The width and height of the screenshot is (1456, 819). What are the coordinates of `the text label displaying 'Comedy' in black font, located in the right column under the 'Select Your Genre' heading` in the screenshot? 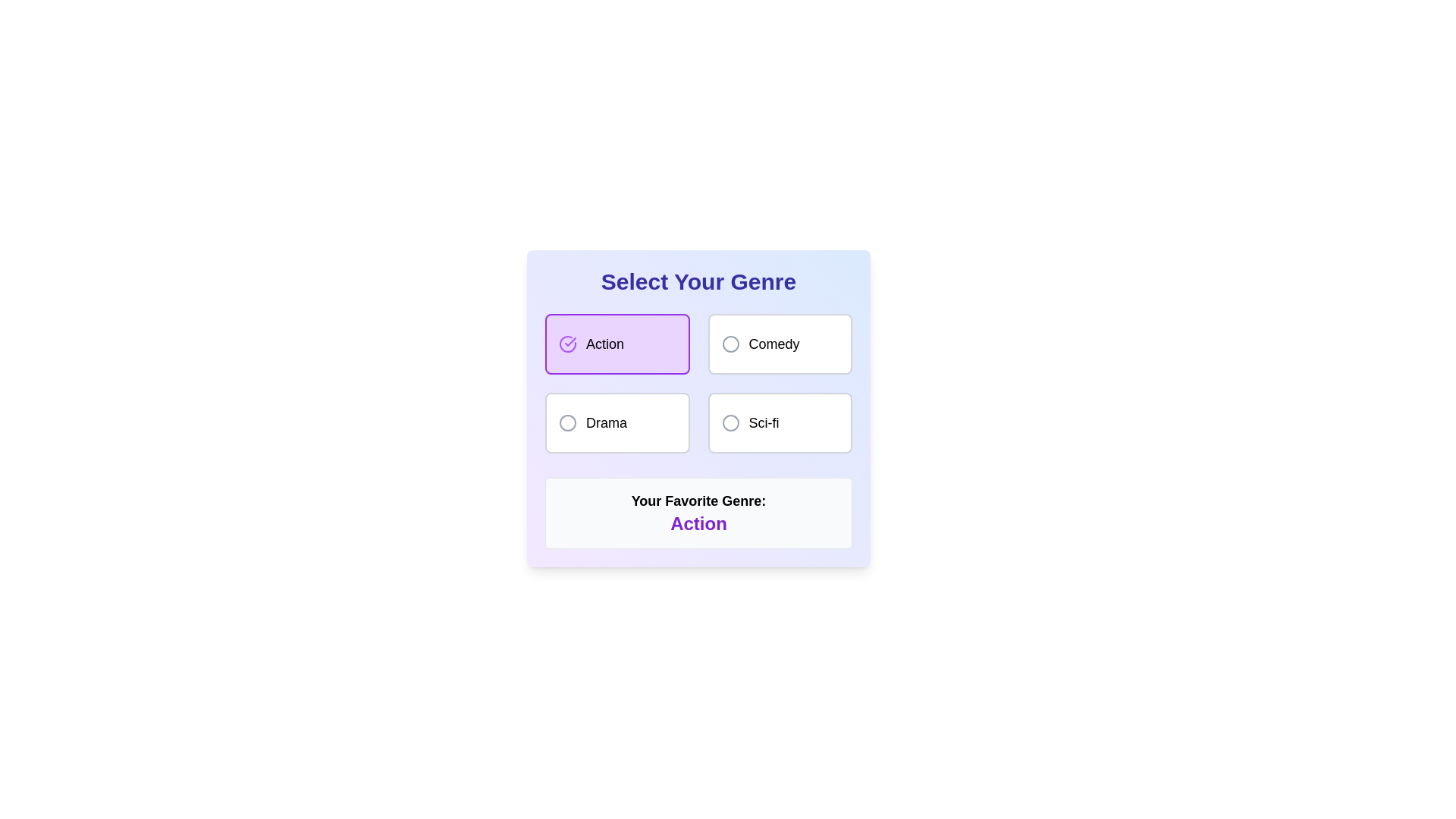 It's located at (774, 344).